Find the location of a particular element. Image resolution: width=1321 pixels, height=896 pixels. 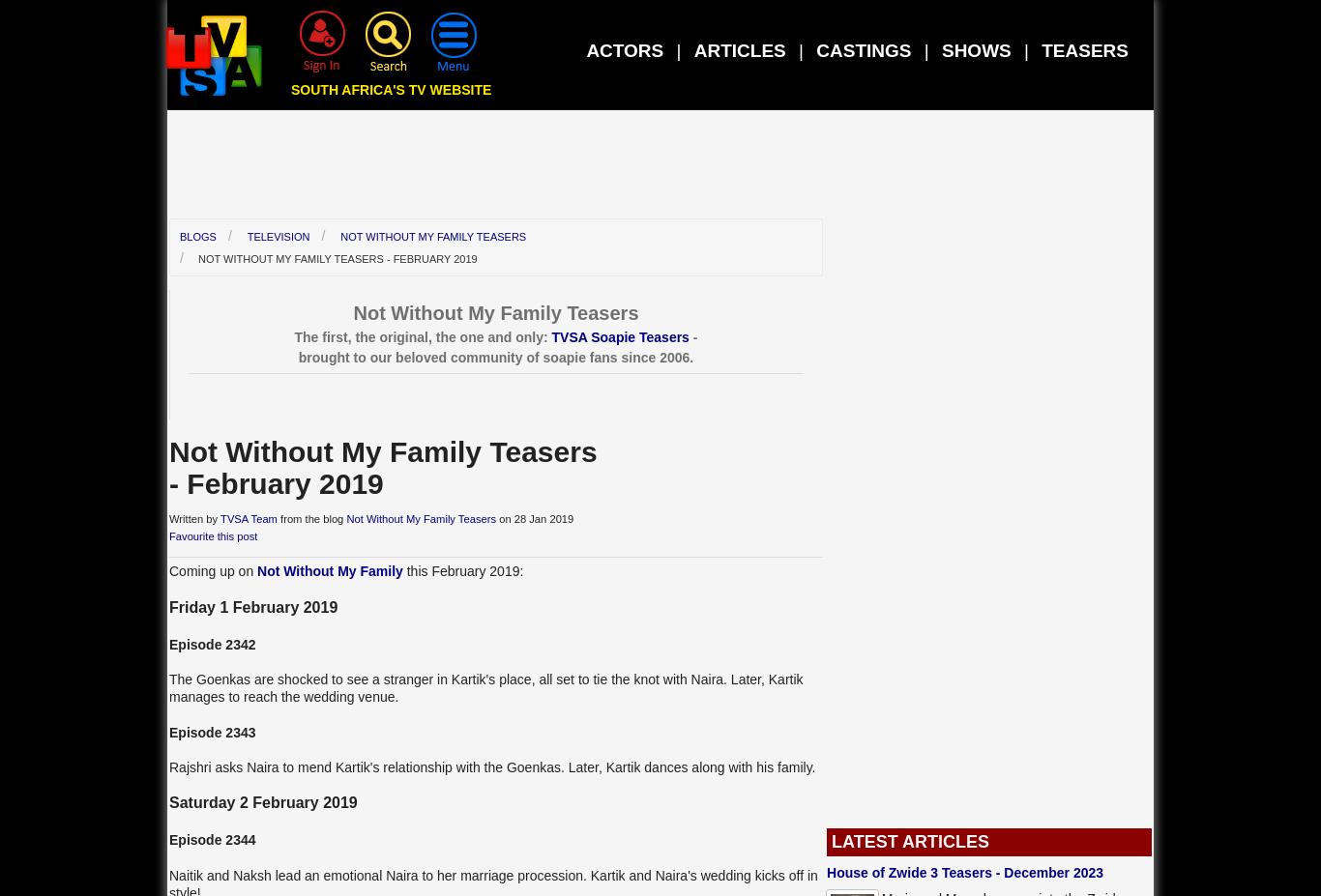

'Television' is located at coordinates (278, 237).